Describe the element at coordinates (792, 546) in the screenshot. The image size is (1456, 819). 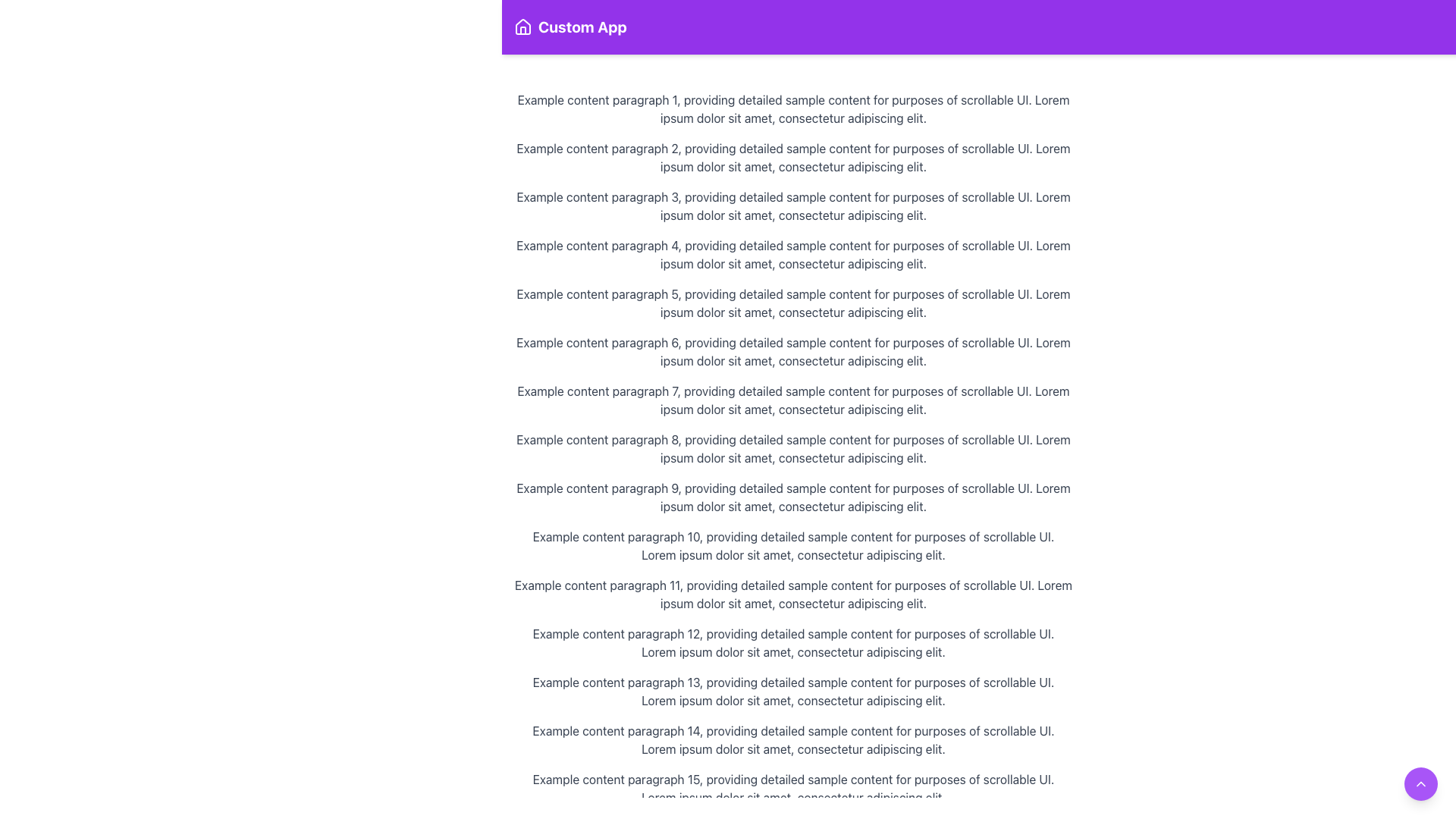
I see `the 10th paragraph text block in the scrollable list of content, which serves as a non-interactive text display` at that location.